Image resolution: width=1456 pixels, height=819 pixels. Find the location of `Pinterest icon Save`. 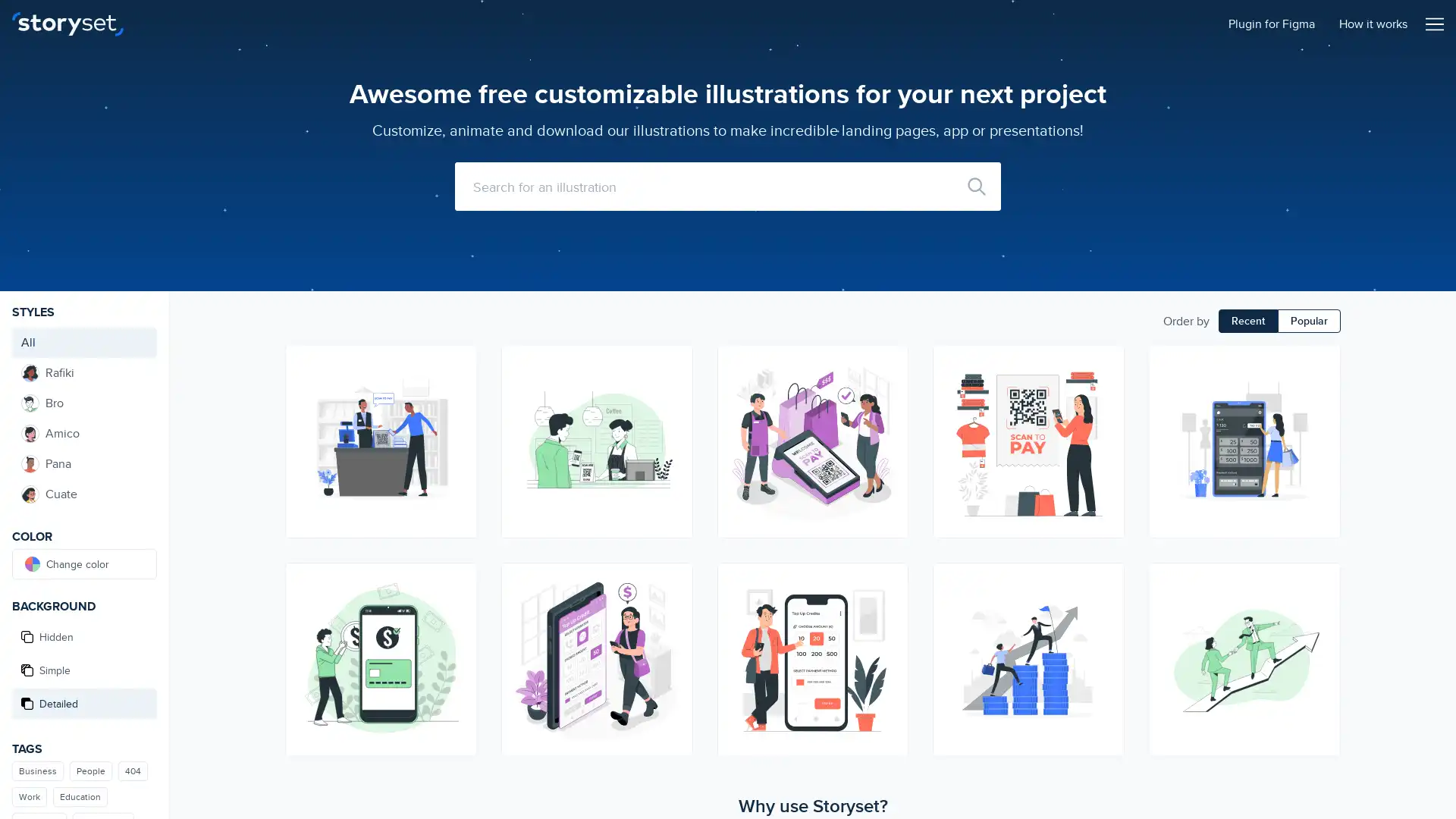

Pinterest icon Save is located at coordinates (457, 635).